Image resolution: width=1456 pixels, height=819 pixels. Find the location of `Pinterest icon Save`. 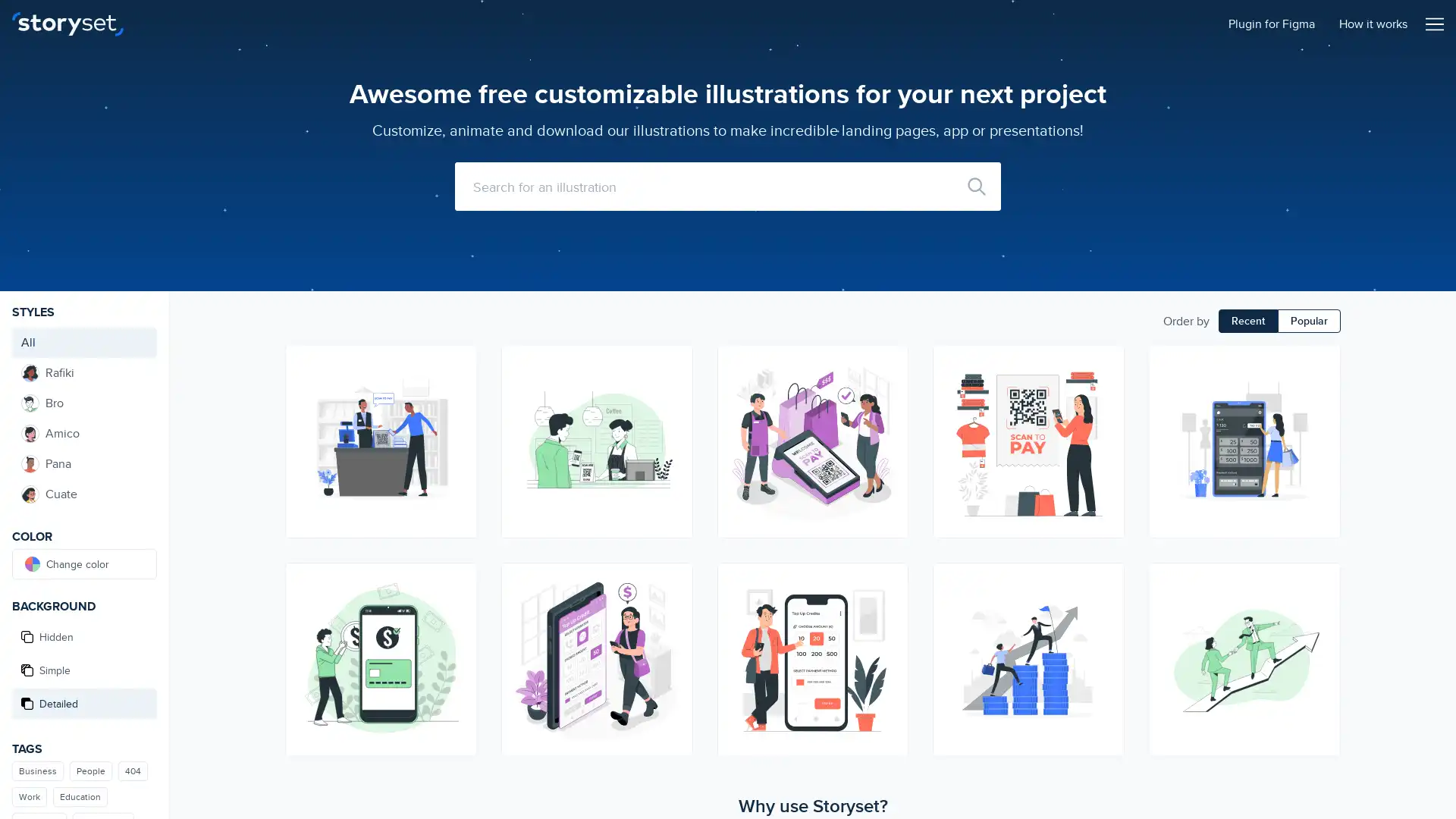

Pinterest icon Save is located at coordinates (457, 635).